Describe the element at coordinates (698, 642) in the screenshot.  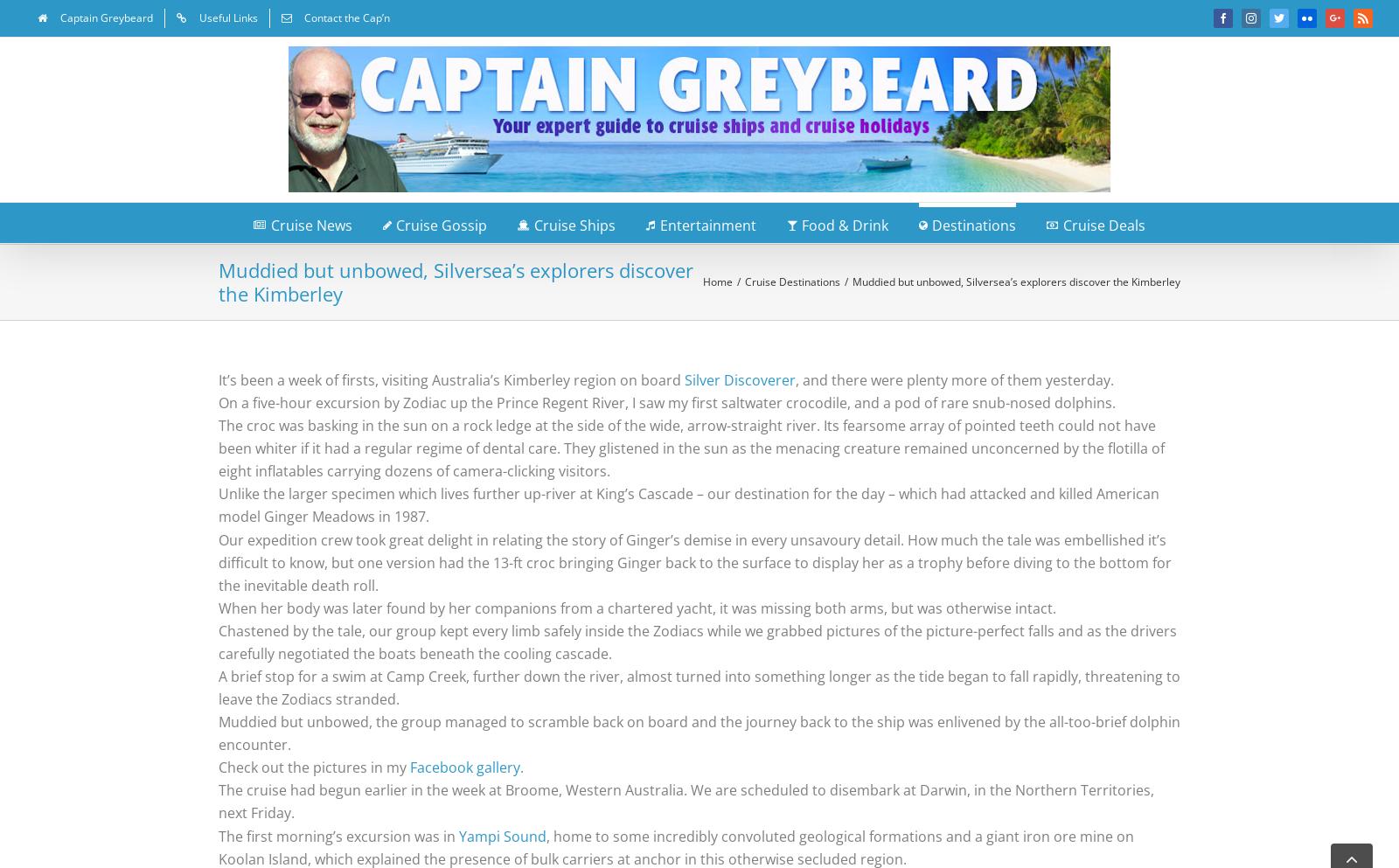
I see `'Chastened by the tale, our group kept every limb safely inside the Zodiacs while we grabbed pictures of the picture-perfect falls and as the drivers carefully negotiated the boats beneath the cooling cascade.'` at that location.